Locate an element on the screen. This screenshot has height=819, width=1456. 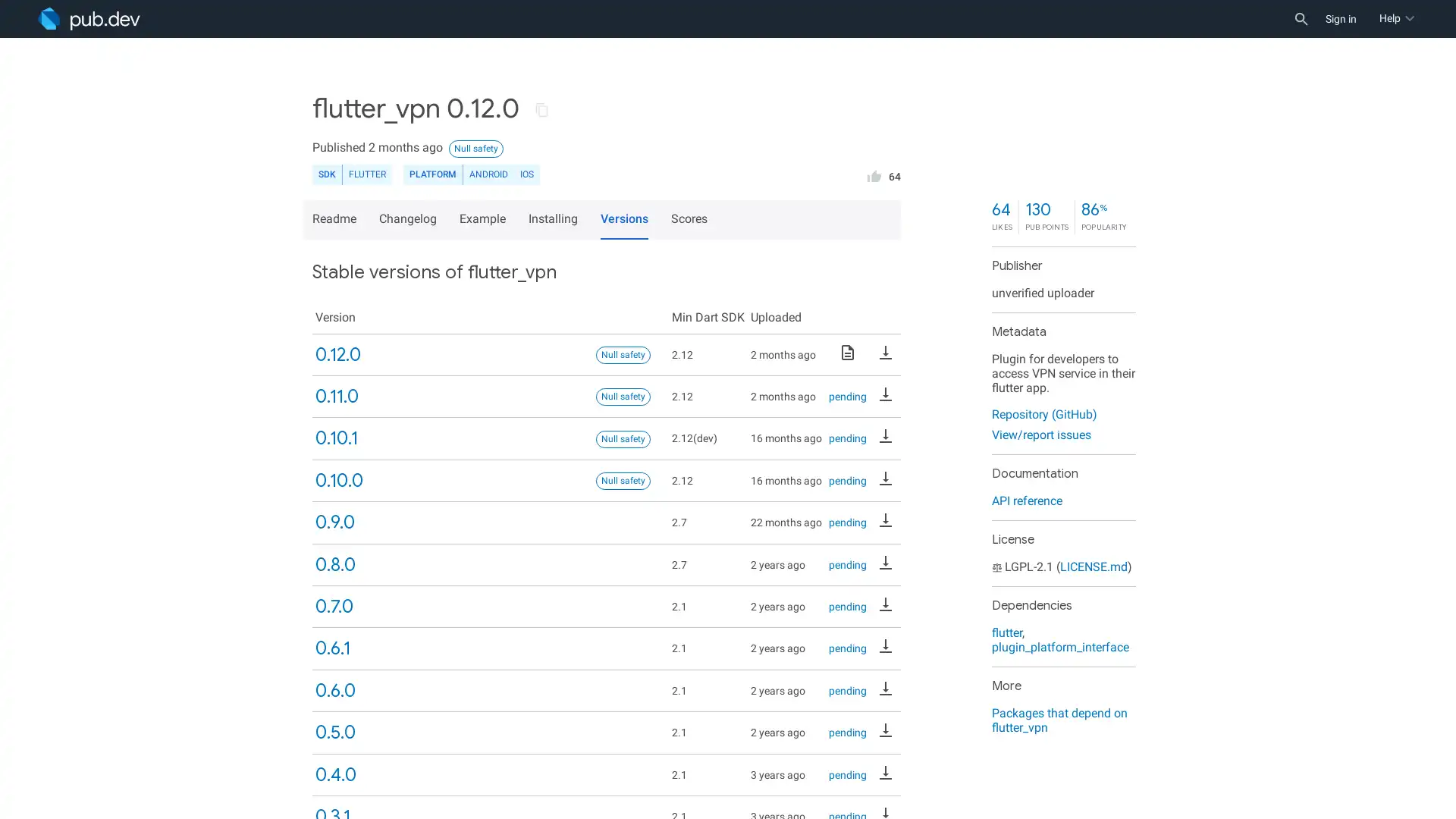
Example is located at coordinates (484, 219).